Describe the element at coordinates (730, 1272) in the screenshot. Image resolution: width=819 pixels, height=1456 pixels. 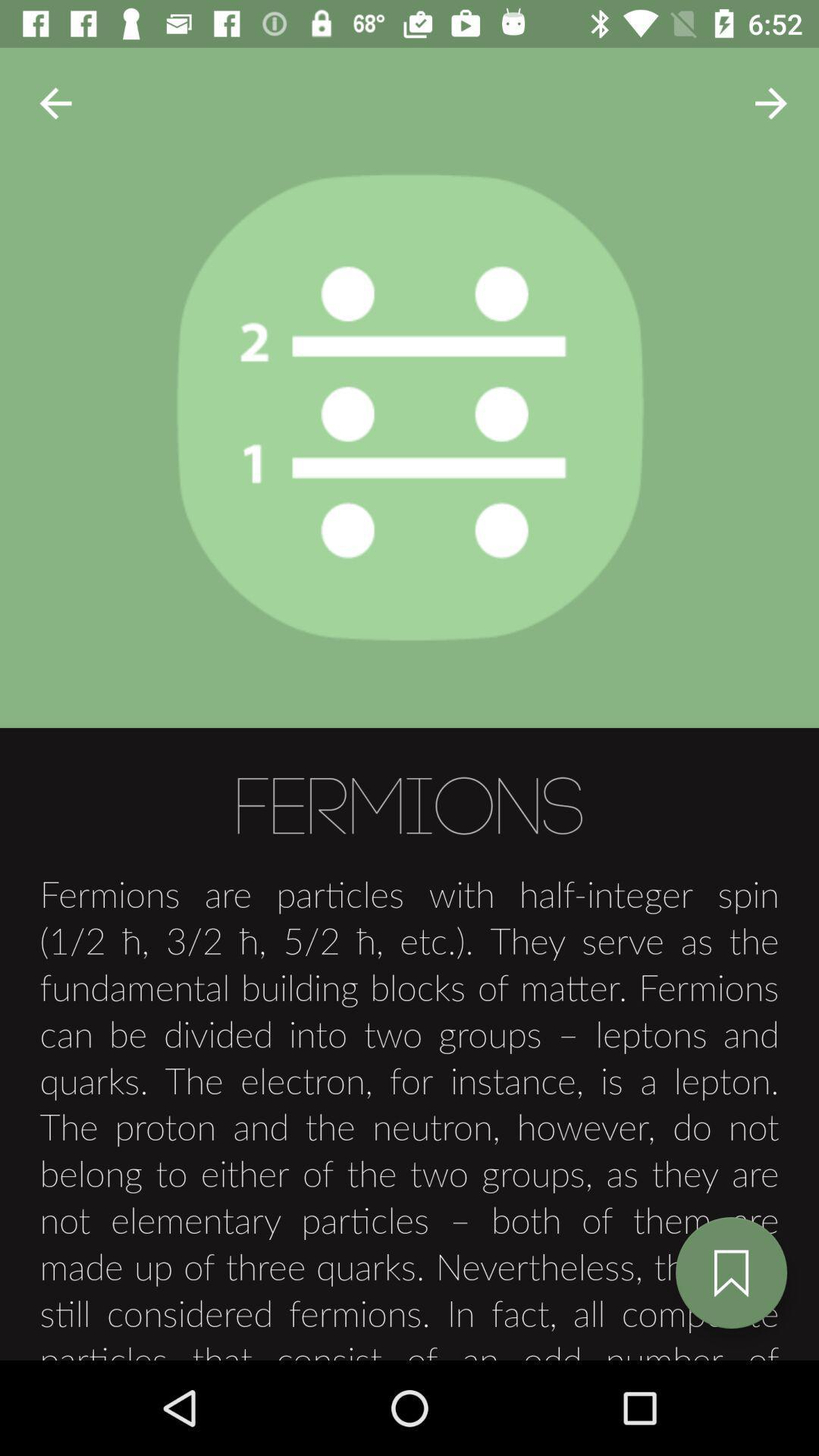
I see `button to bookmark` at that location.